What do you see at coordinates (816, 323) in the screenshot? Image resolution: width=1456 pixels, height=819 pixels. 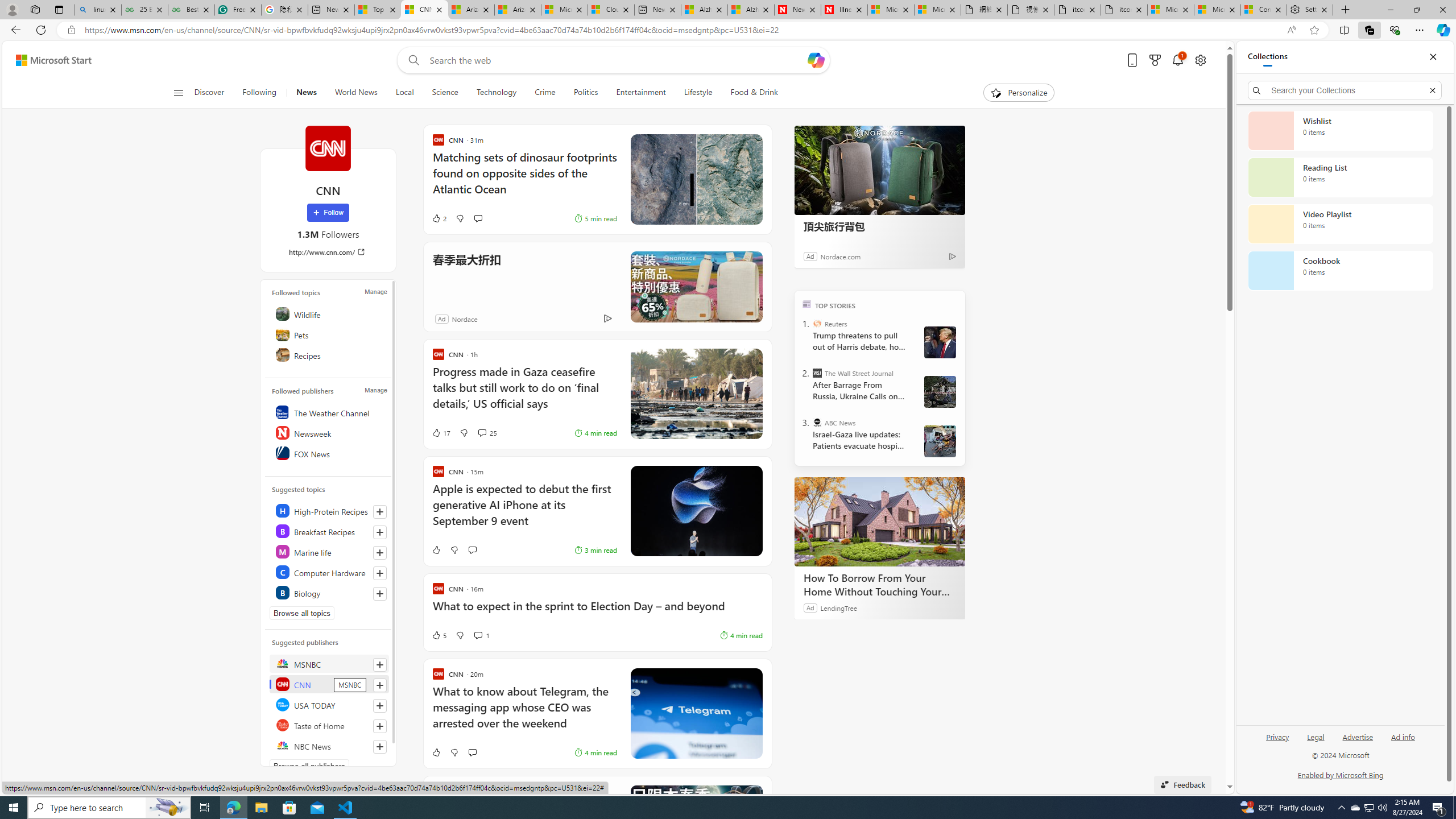 I see `'Reuters'` at bounding box center [816, 323].